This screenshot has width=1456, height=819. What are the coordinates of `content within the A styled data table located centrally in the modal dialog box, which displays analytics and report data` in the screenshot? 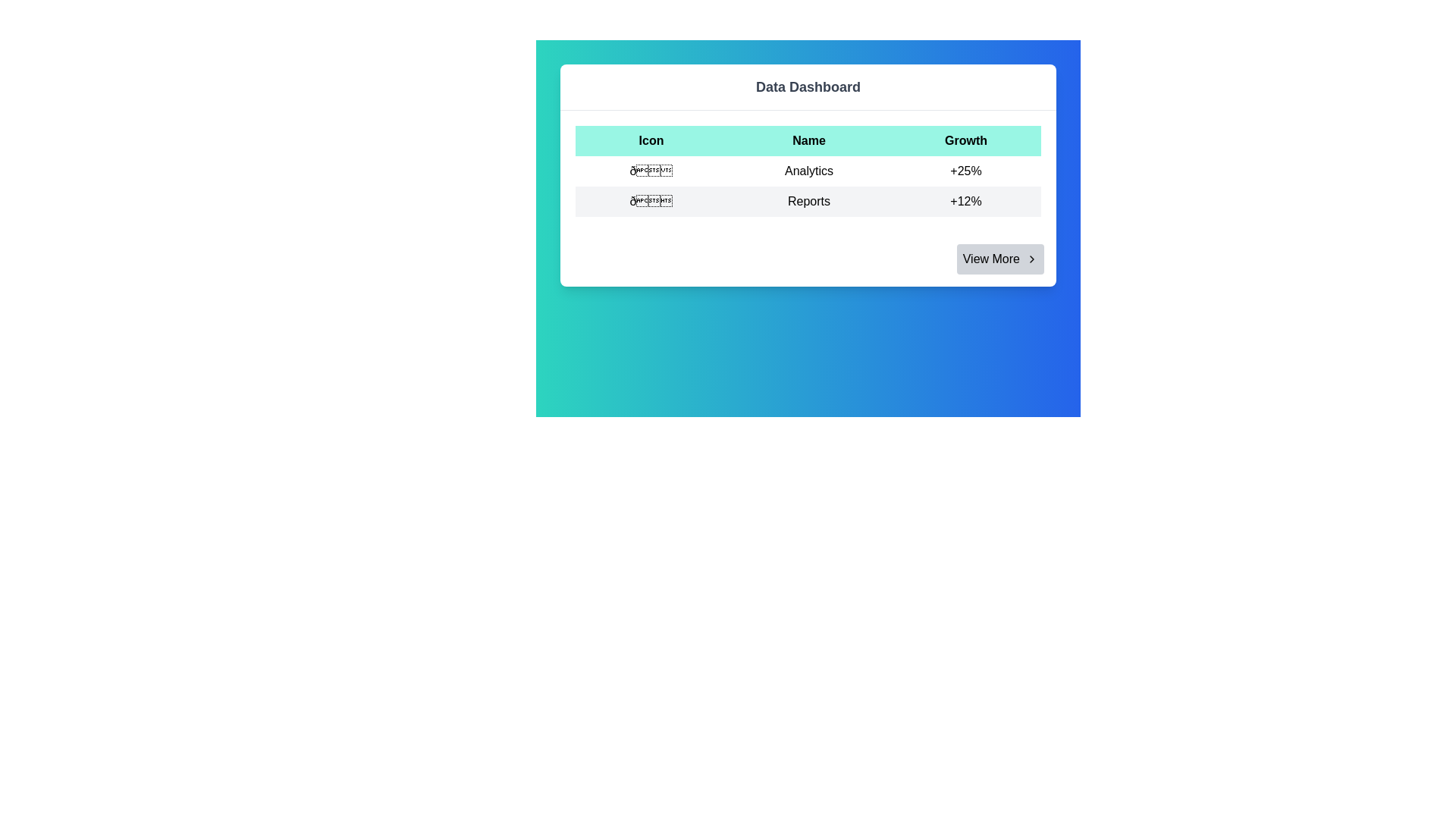 It's located at (807, 171).